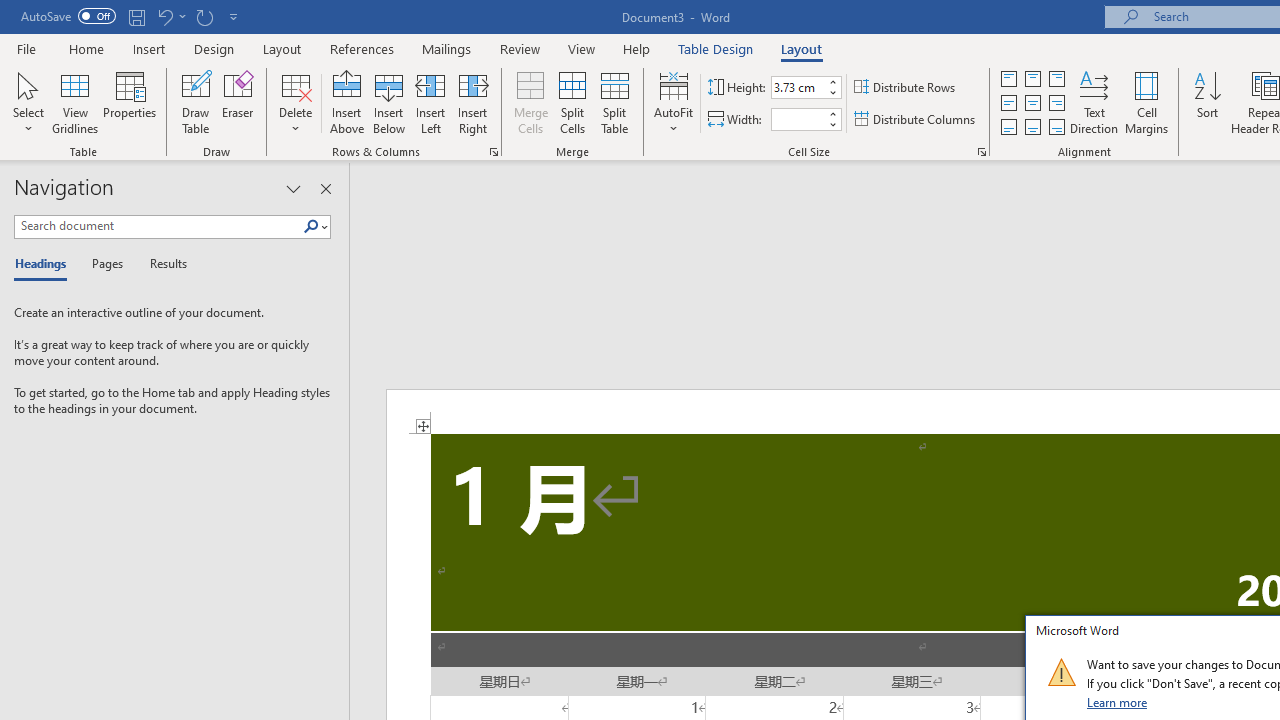 The image size is (1280, 720). What do you see at coordinates (1146, 103) in the screenshot?
I see `'Cell Margins...'` at bounding box center [1146, 103].